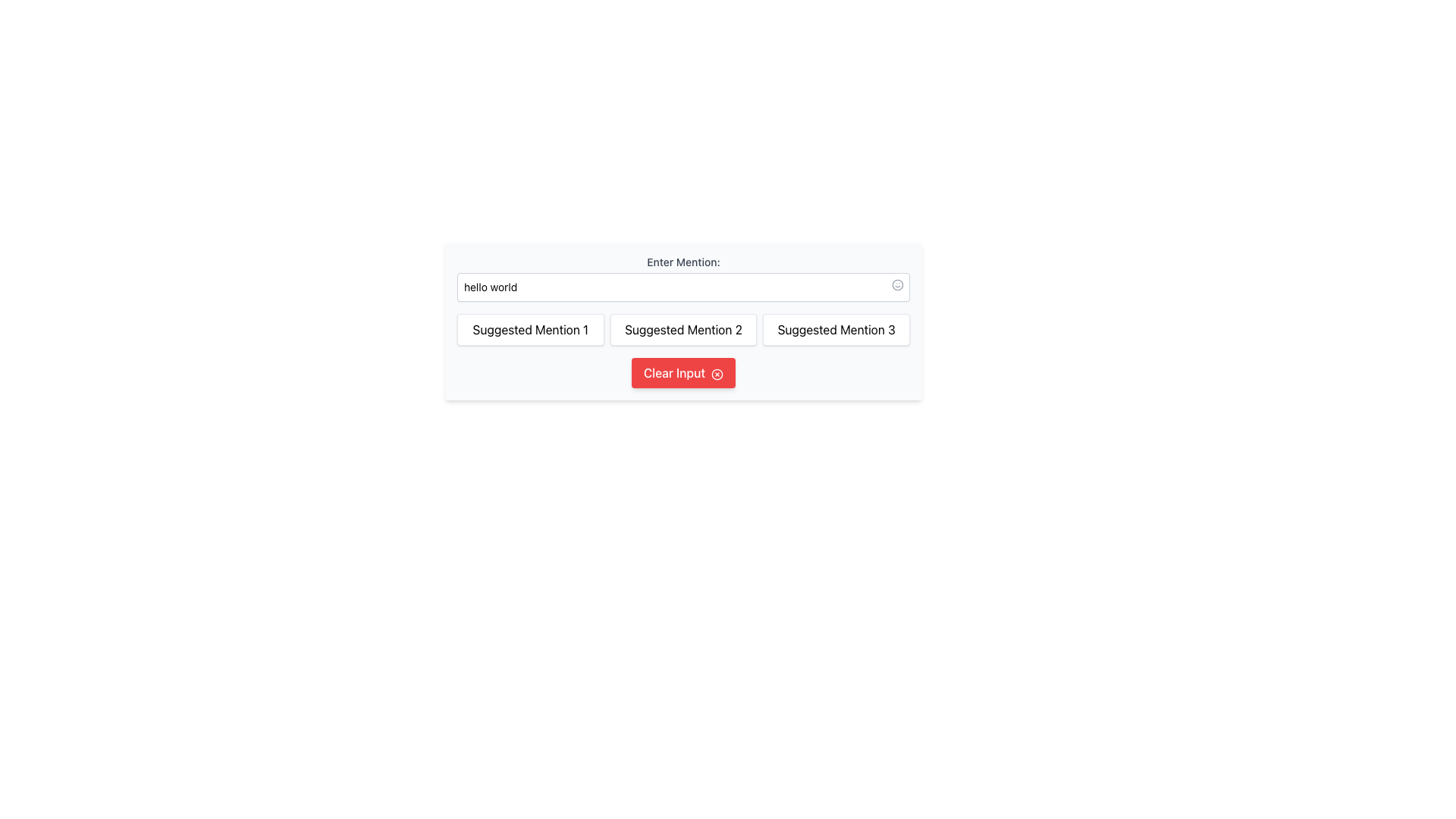 Image resolution: width=1456 pixels, height=819 pixels. Describe the element at coordinates (682, 388) in the screenshot. I see `the 'Clear Input' button in the mention selection dialog box, which allows users to reset the input field` at that location.